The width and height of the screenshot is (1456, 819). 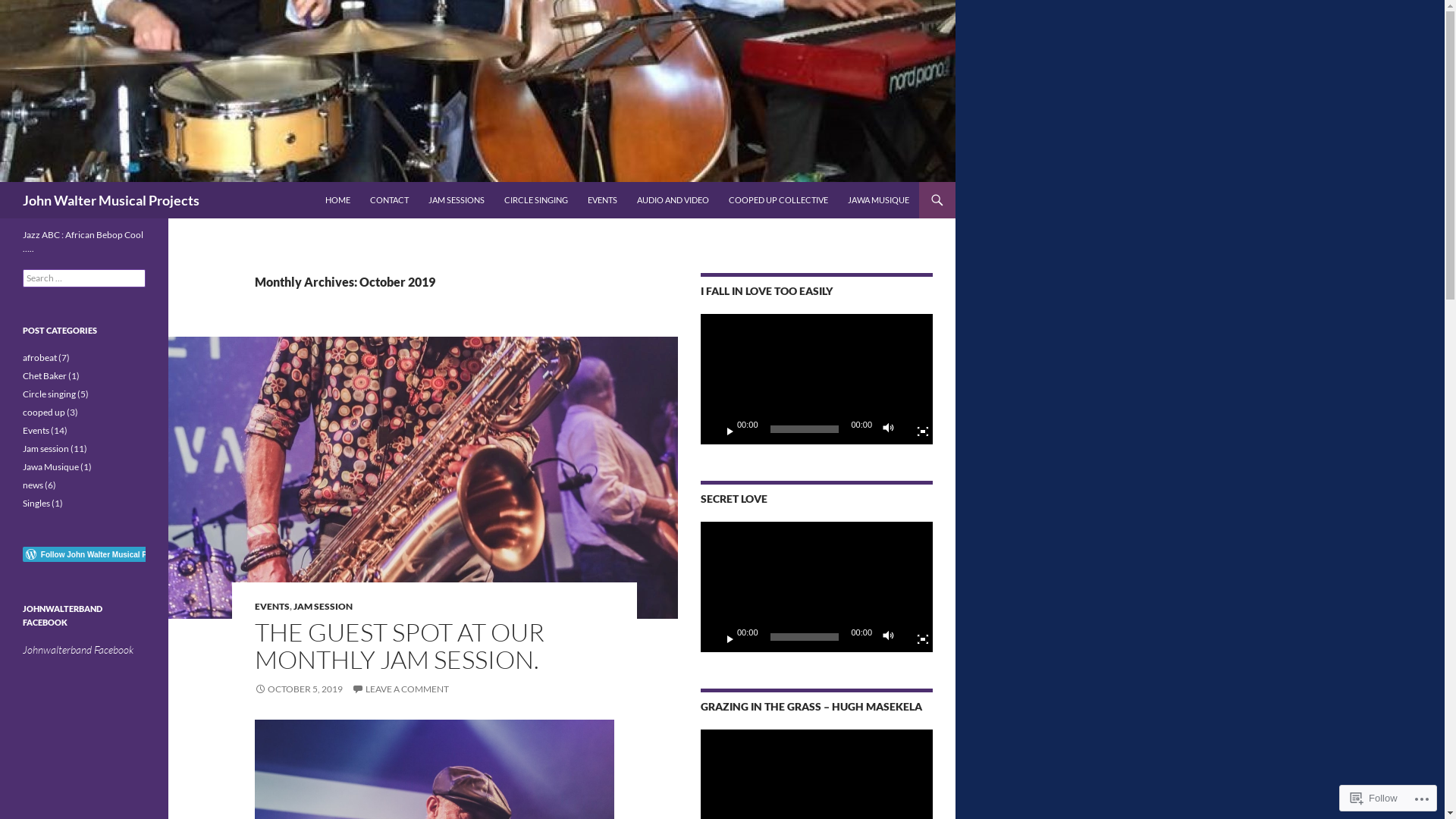 What do you see at coordinates (22, 648) in the screenshot?
I see `'Johnwalterband Facebook'` at bounding box center [22, 648].